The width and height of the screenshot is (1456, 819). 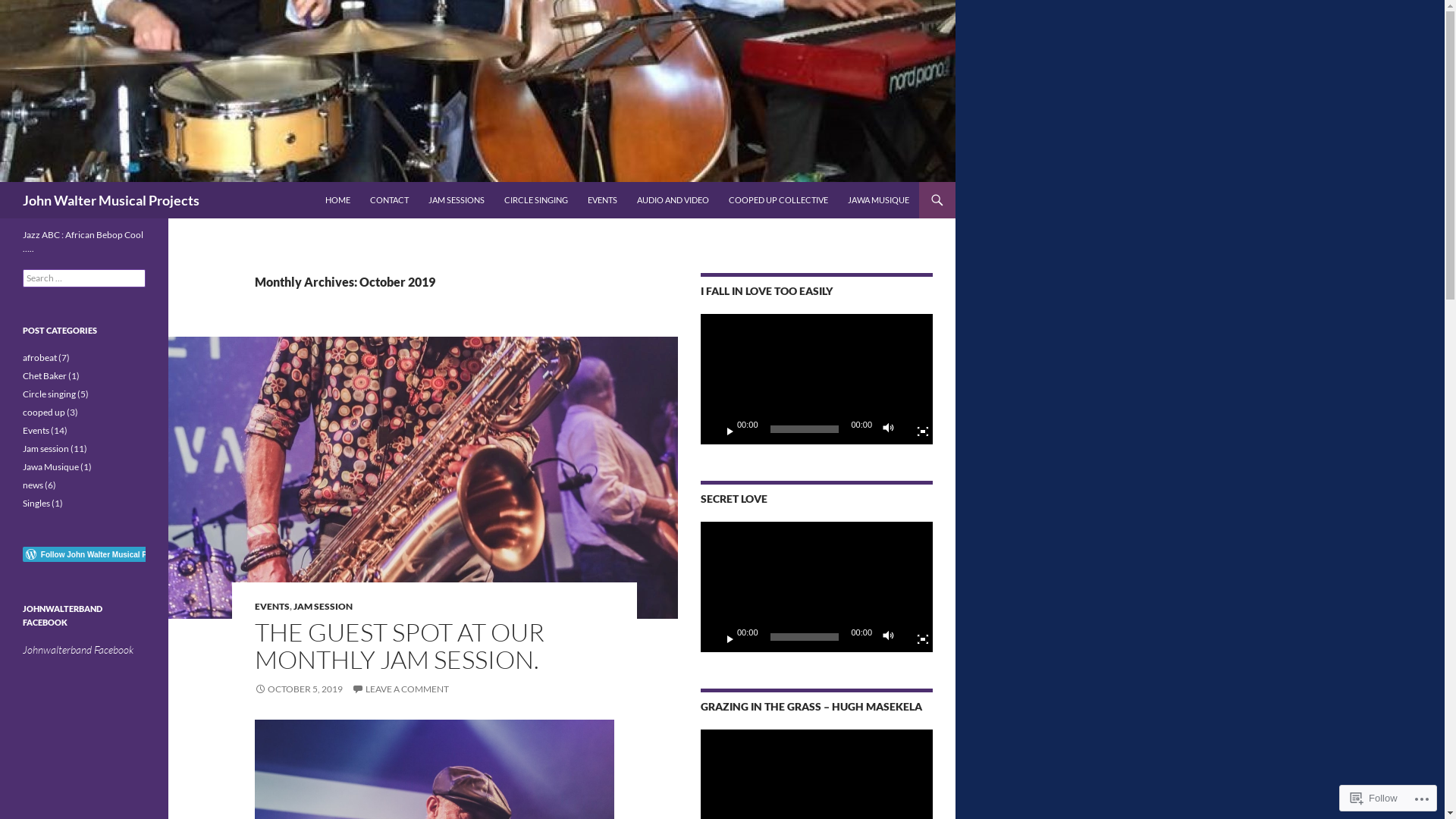 What do you see at coordinates (22, 648) in the screenshot?
I see `'Johnwalterband Facebook'` at bounding box center [22, 648].